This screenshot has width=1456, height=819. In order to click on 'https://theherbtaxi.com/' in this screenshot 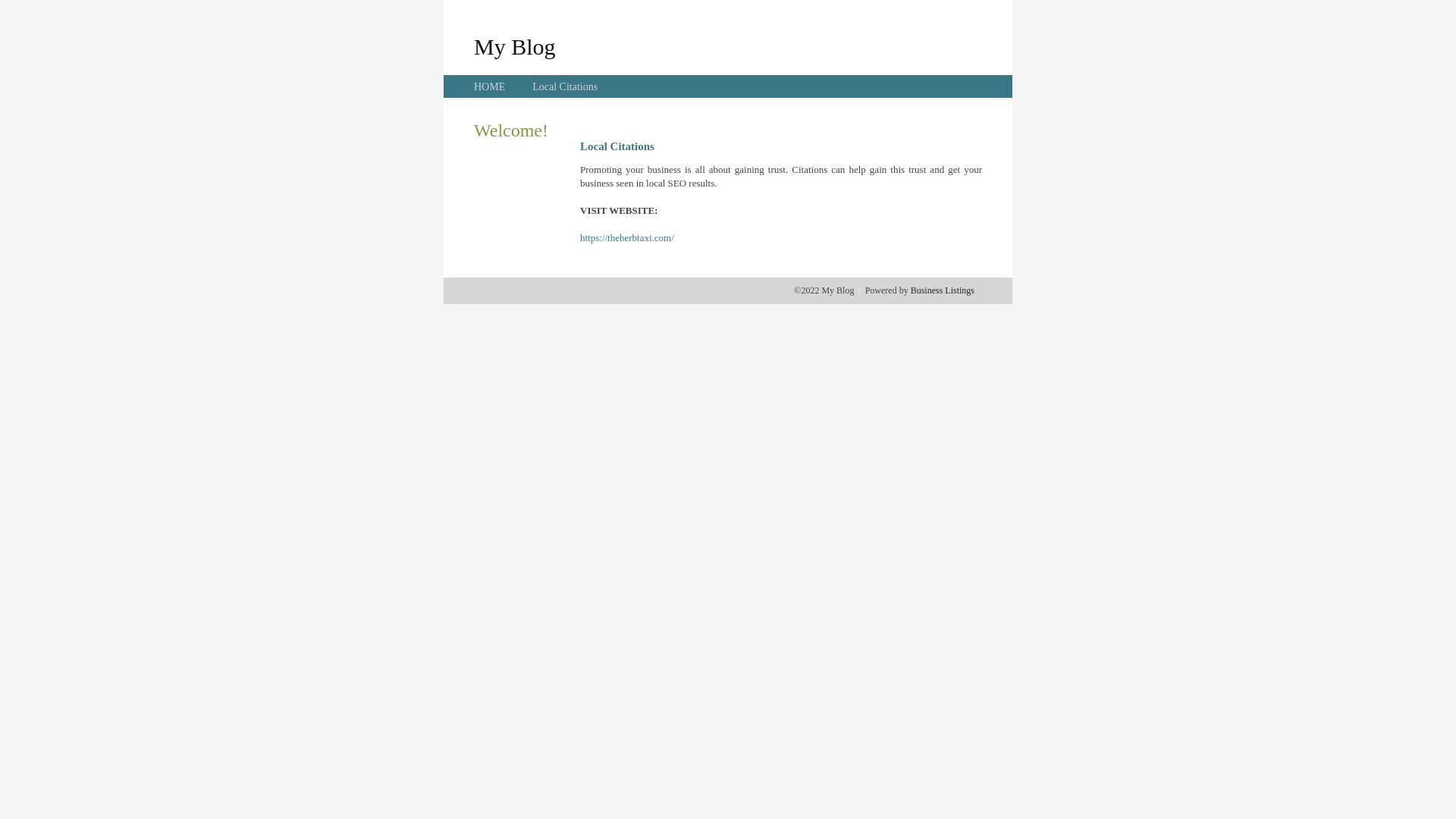, I will do `click(626, 237)`.